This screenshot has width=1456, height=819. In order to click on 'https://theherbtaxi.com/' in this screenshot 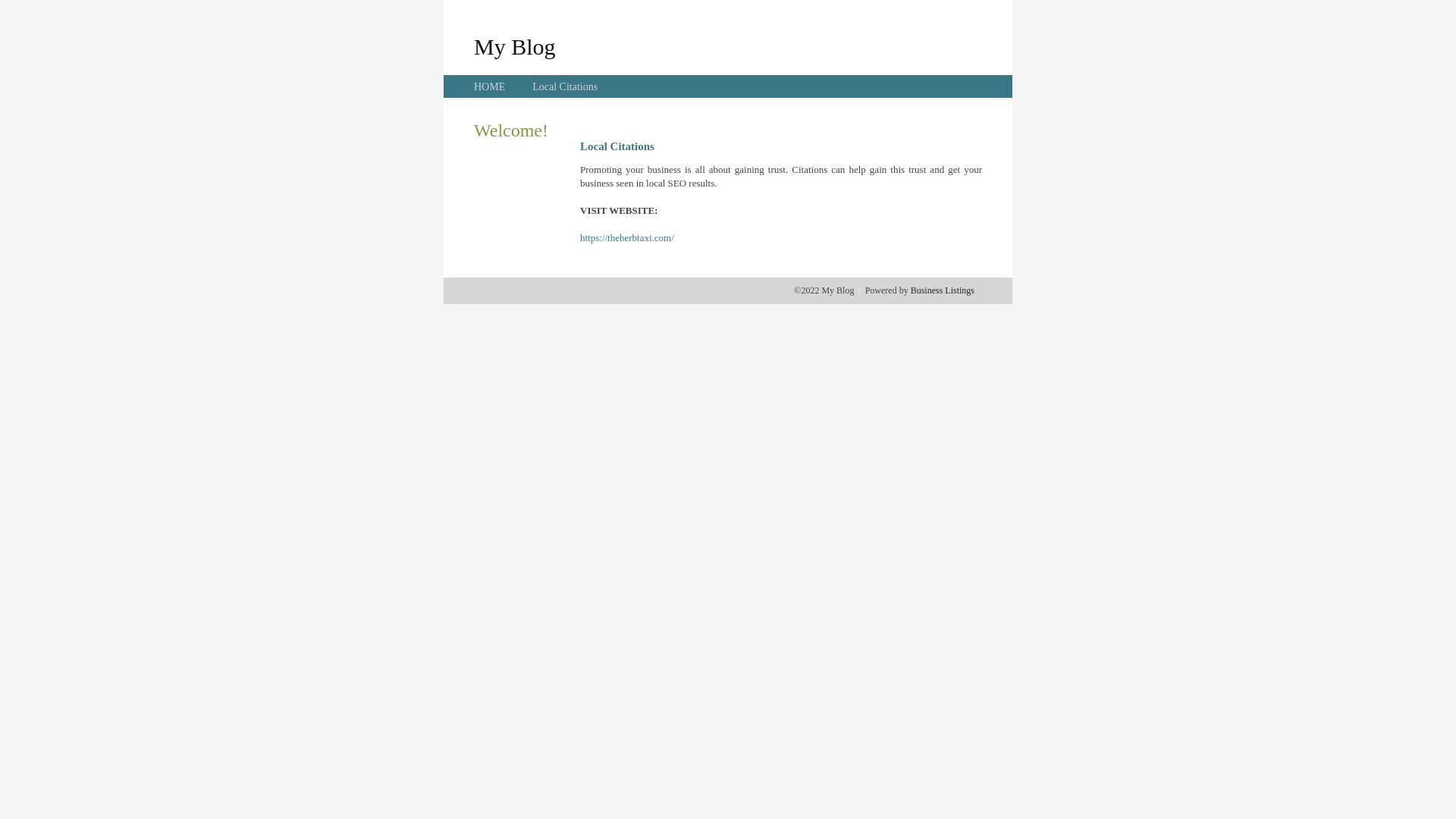, I will do `click(626, 237)`.